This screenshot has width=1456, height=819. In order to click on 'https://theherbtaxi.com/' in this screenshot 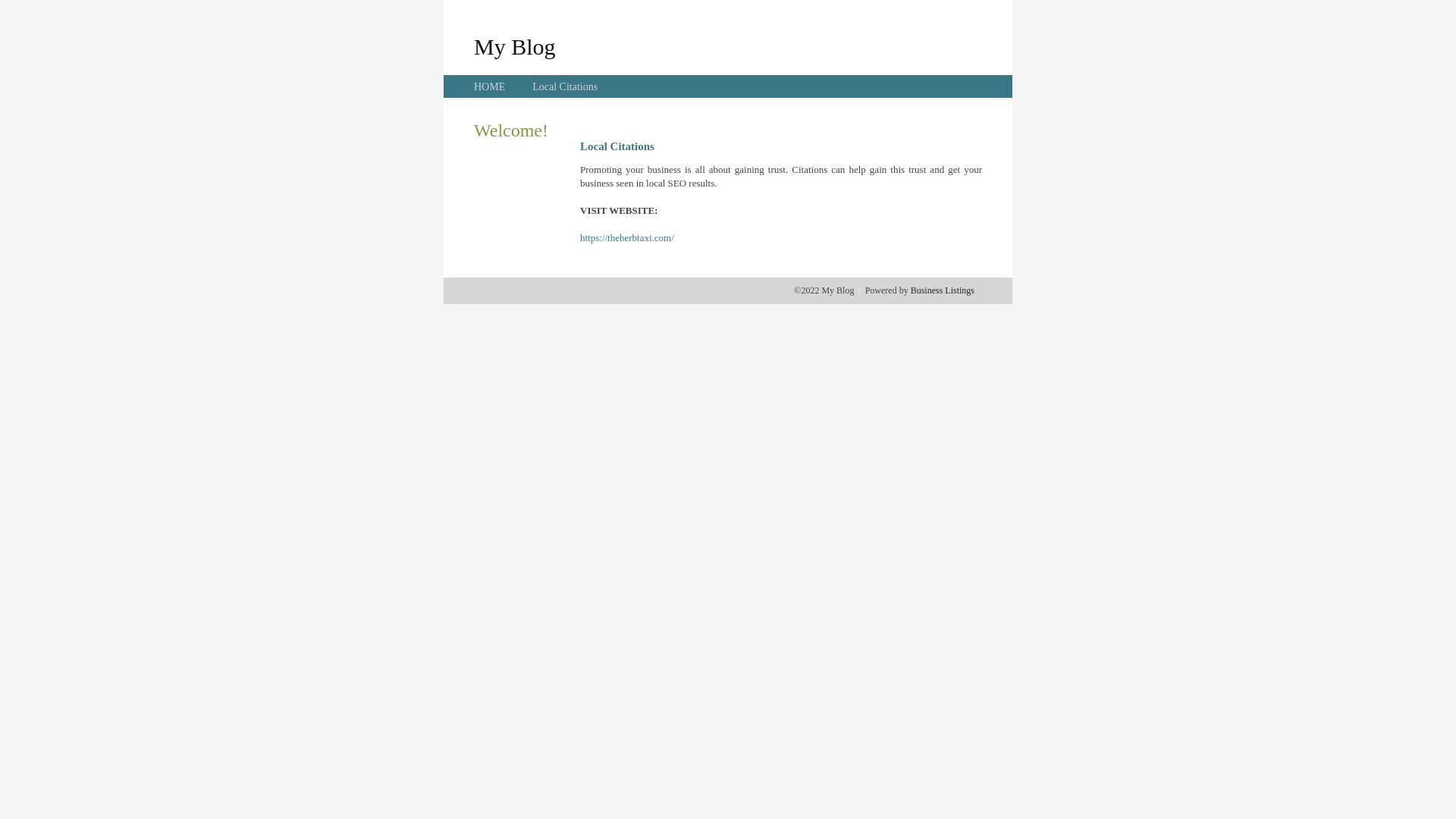, I will do `click(626, 237)`.